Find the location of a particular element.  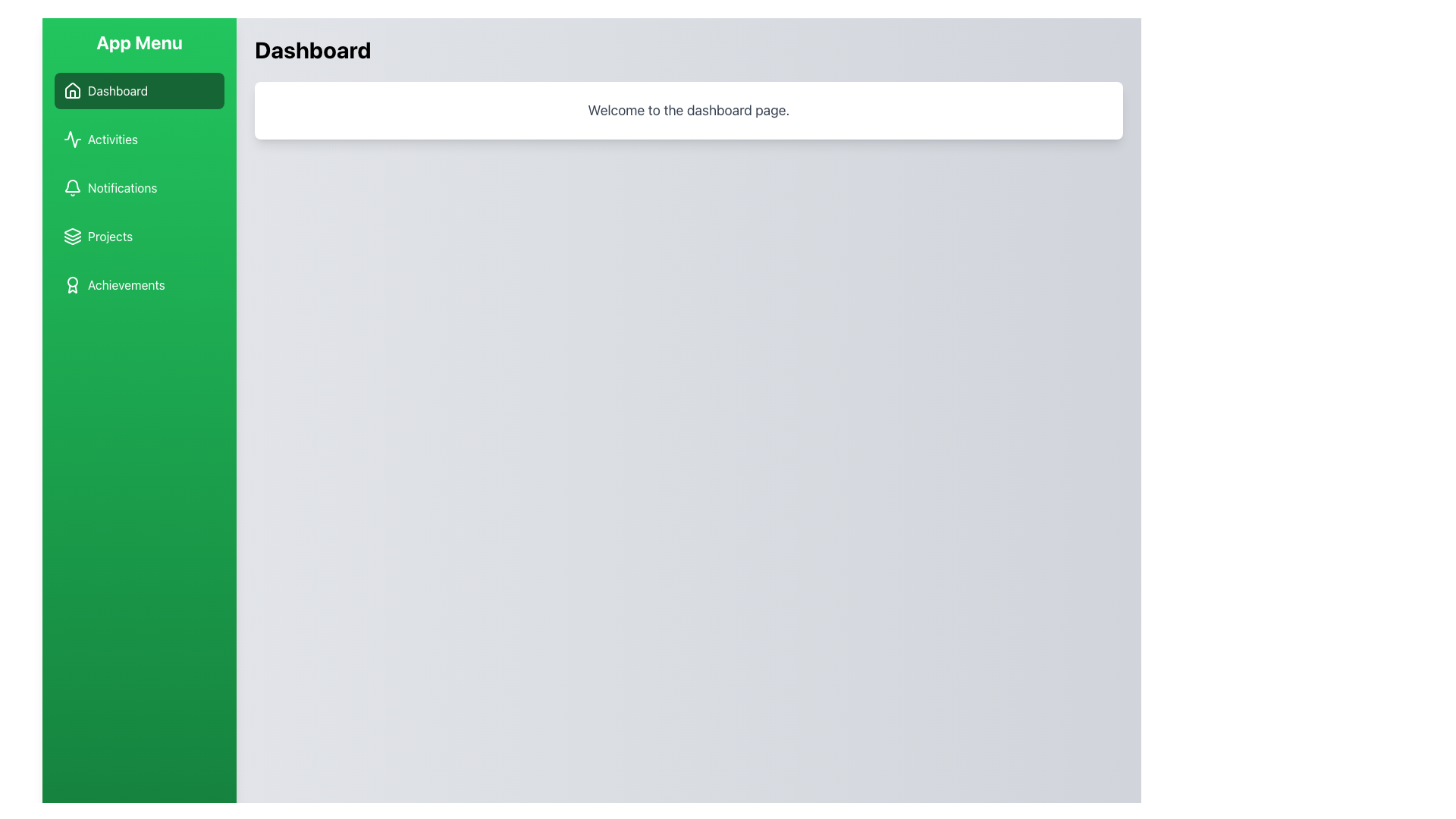

the waveform icon with a green stroke color located to the left of the 'Activities' label in the vertical menu is located at coordinates (72, 140).